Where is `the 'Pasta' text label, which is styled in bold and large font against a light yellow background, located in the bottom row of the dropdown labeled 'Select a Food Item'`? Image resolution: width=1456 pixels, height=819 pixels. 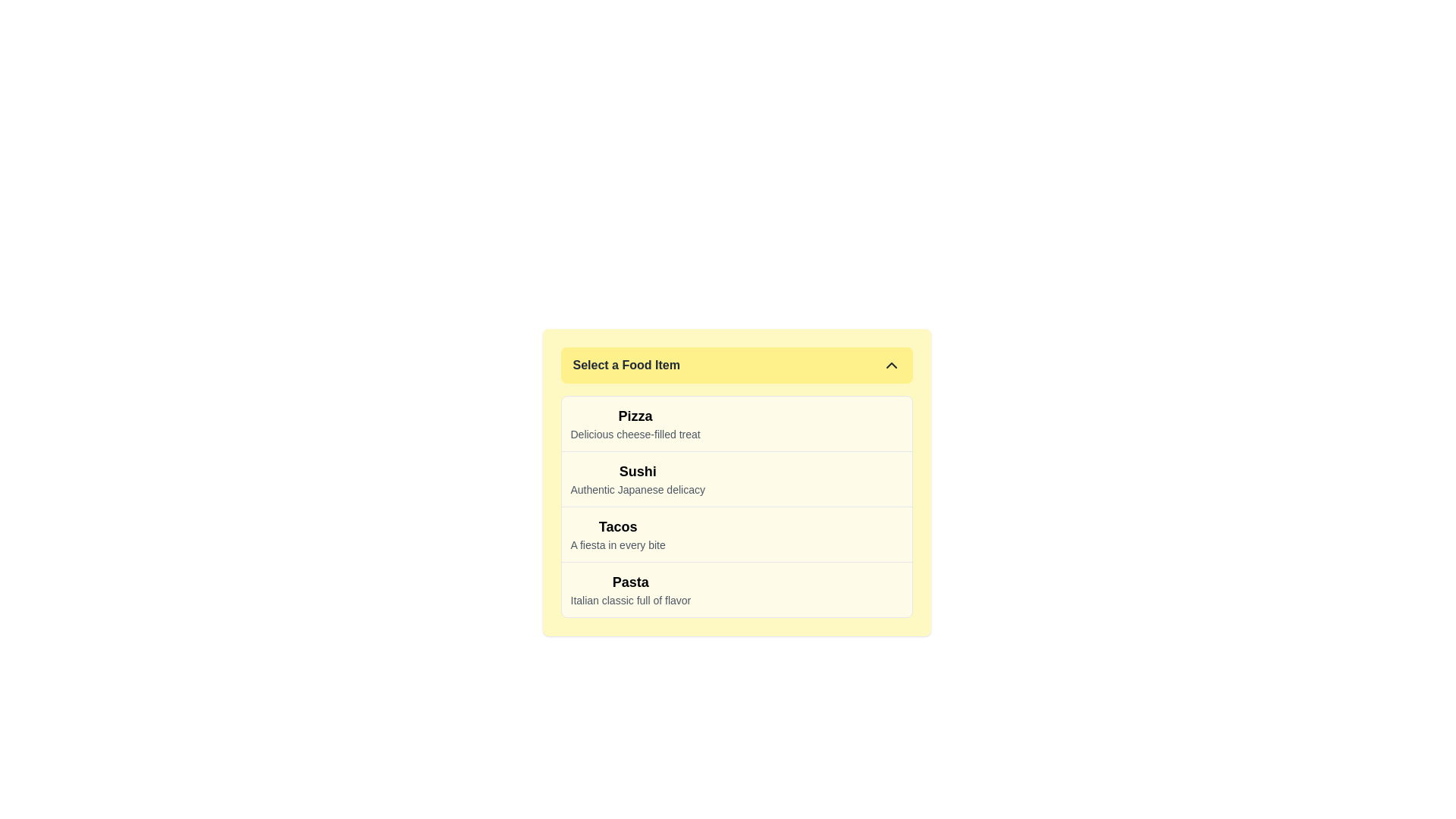 the 'Pasta' text label, which is styled in bold and large font against a light yellow background, located in the bottom row of the dropdown labeled 'Select a Food Item' is located at coordinates (630, 581).